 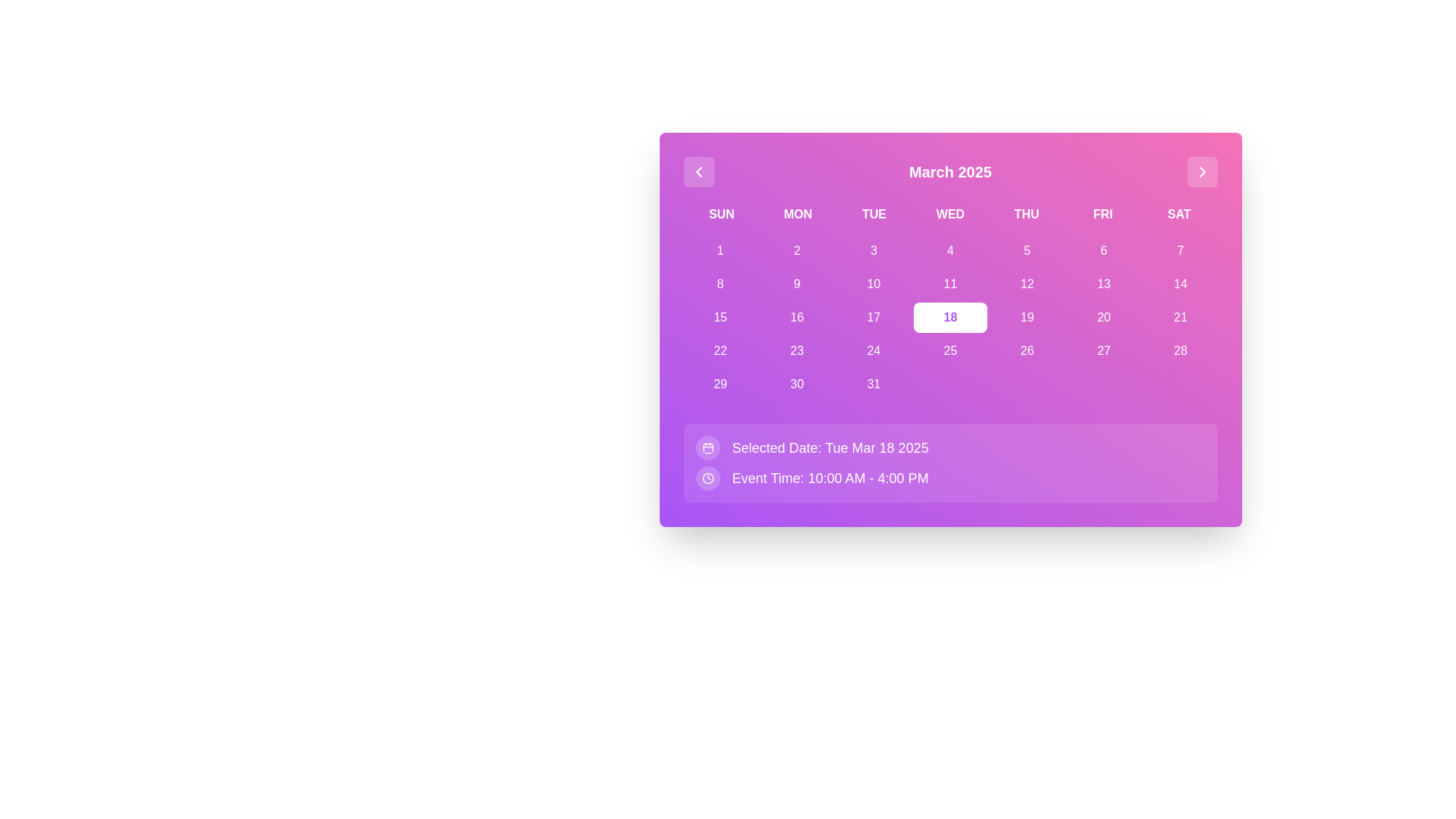 I want to click on the 27th day button in the calendar widget, so click(x=1103, y=350).